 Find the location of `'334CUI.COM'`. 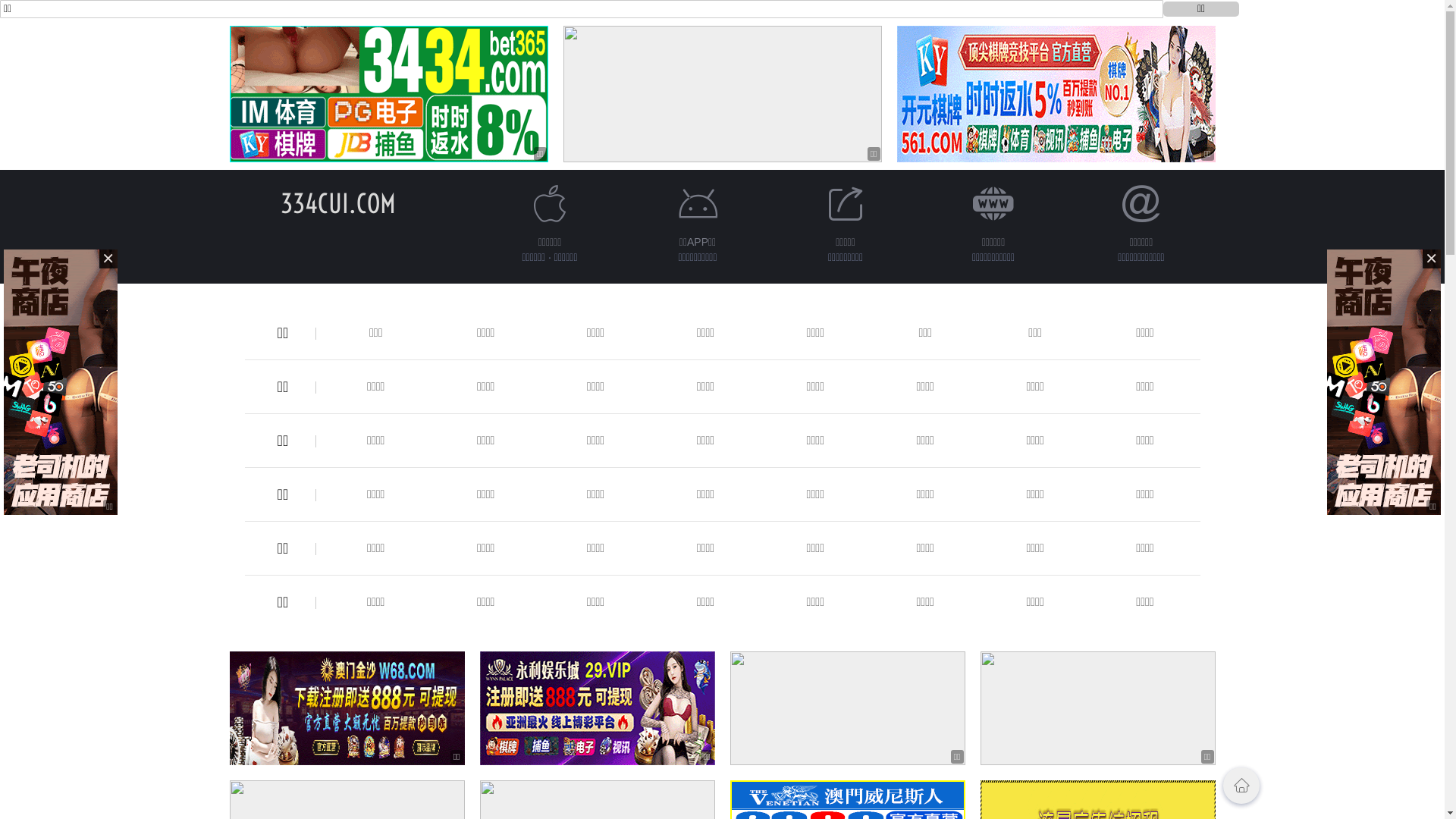

'334CUI.COM' is located at coordinates (337, 202).